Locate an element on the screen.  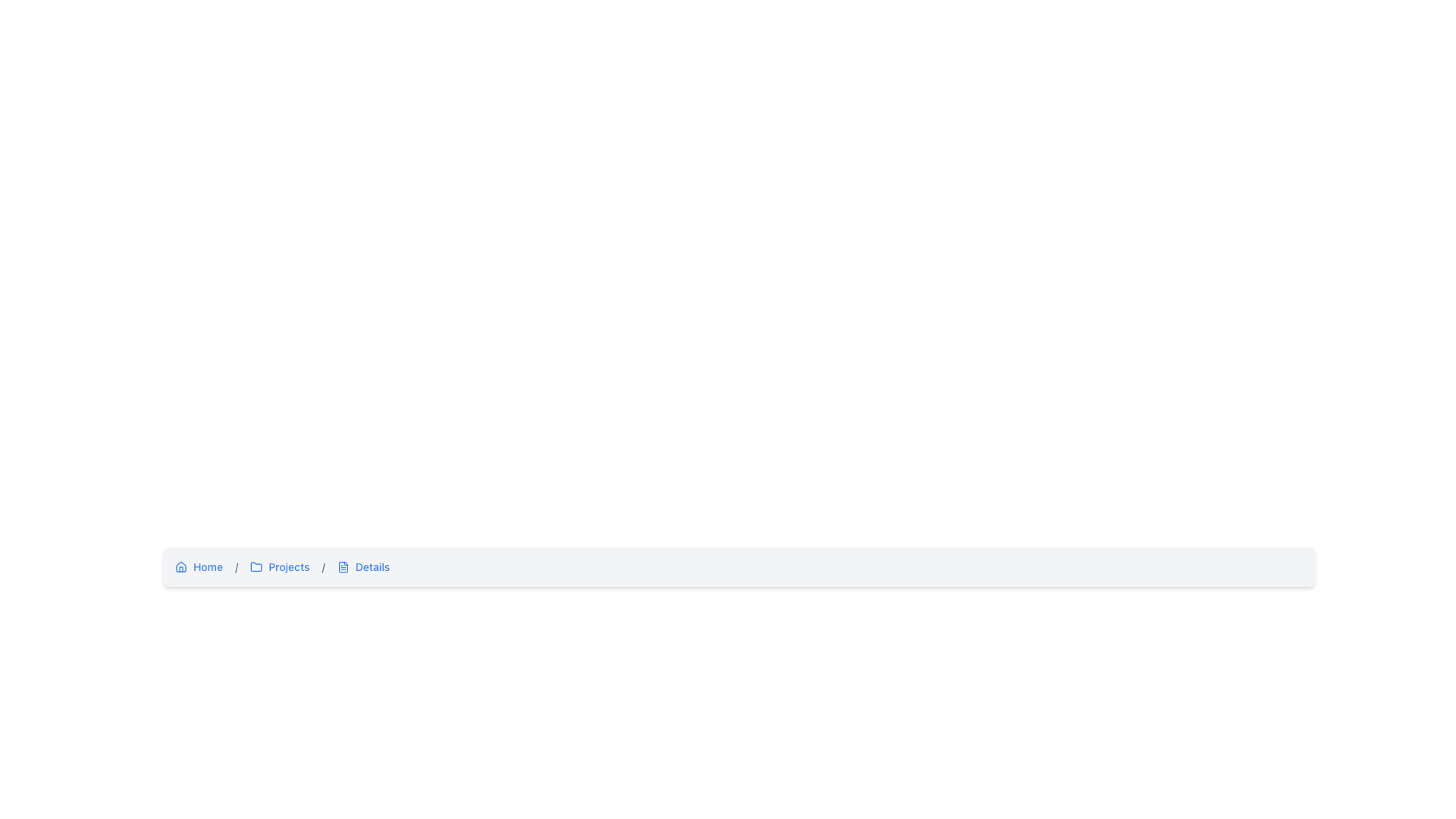
the 'Details' text label styled in blue, located at the rightmost position in the breadcrumb navigation bar, indicating its interactivity is located at coordinates (372, 567).